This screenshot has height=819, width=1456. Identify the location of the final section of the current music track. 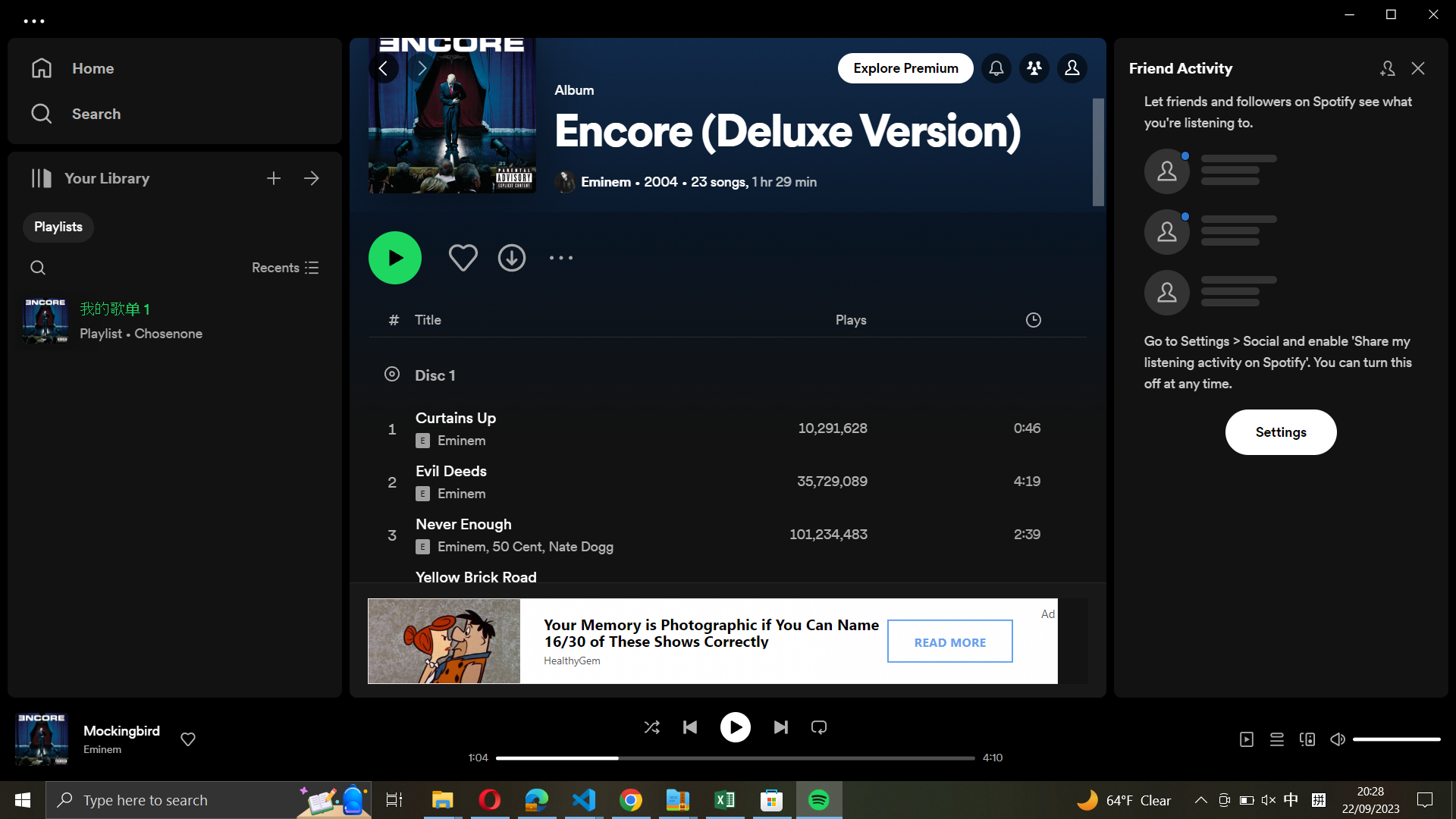
(965, 760).